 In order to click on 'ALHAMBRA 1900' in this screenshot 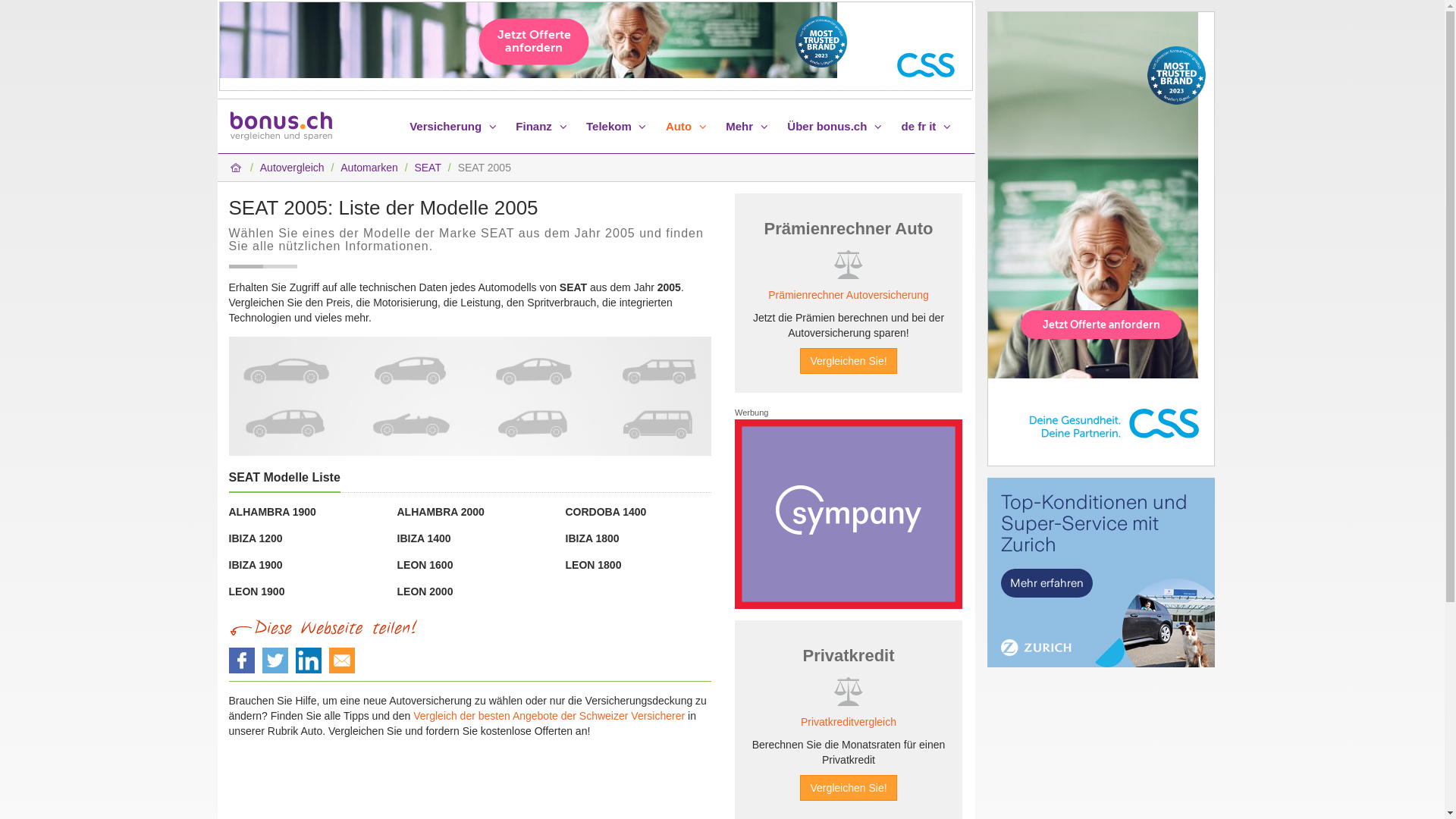, I will do `click(228, 512)`.